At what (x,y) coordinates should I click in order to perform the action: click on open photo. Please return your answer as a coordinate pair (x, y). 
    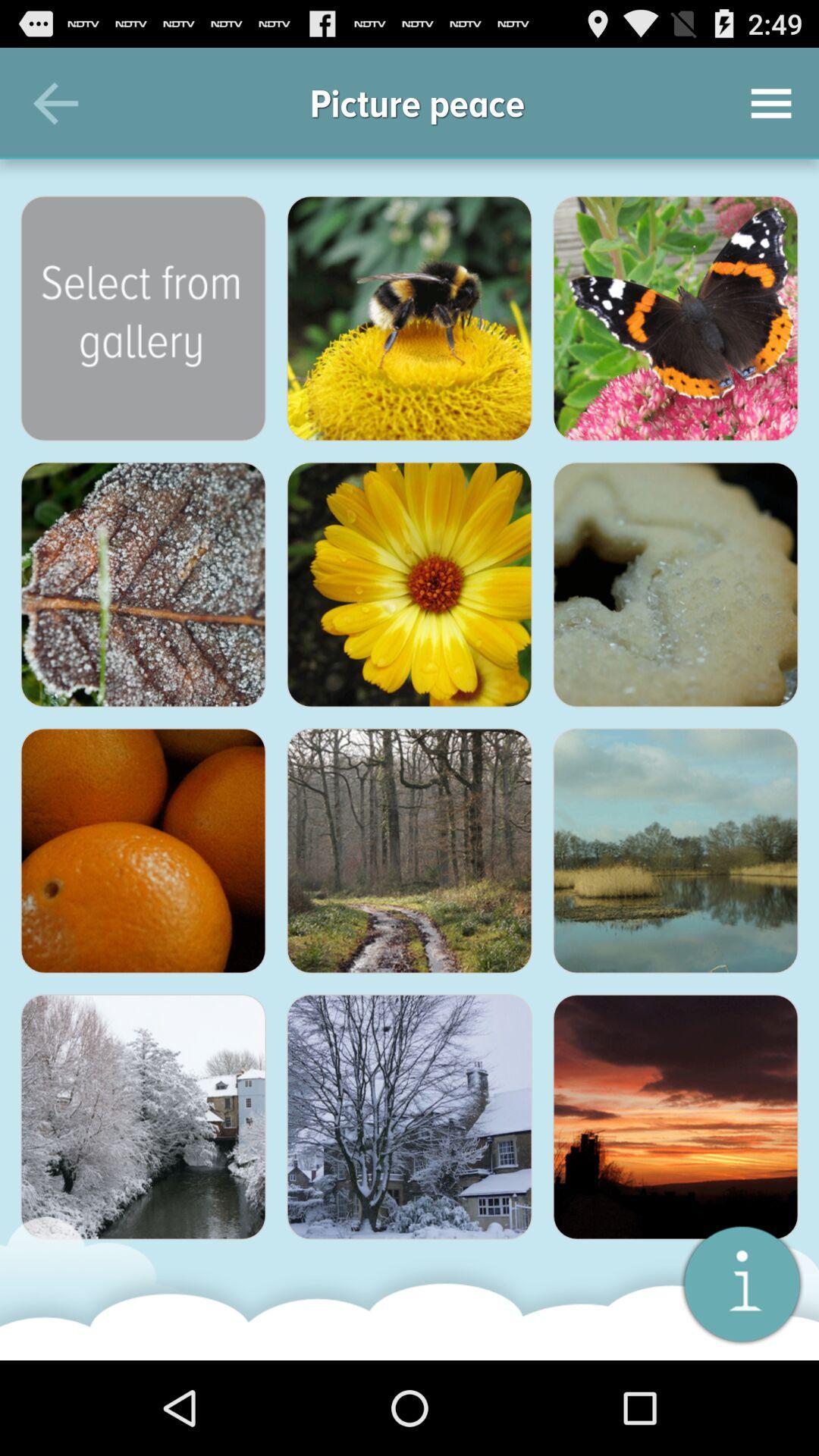
    Looking at the image, I should click on (675, 318).